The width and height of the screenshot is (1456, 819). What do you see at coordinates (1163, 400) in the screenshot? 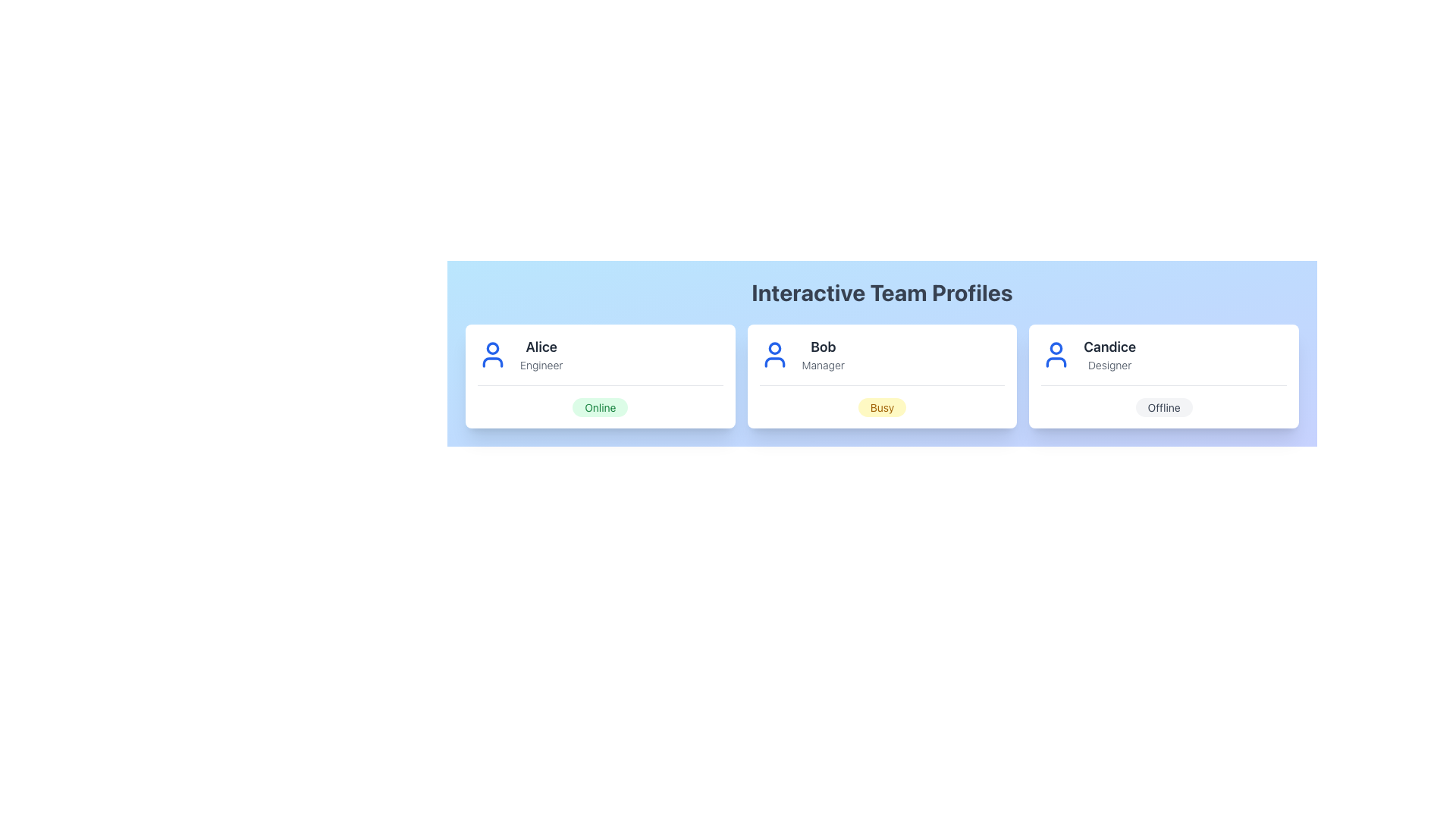
I see `the 'Offline' label, which is styled with a rounded background and is located at the bottom-center of the user information card for 'Candice'` at bounding box center [1163, 400].